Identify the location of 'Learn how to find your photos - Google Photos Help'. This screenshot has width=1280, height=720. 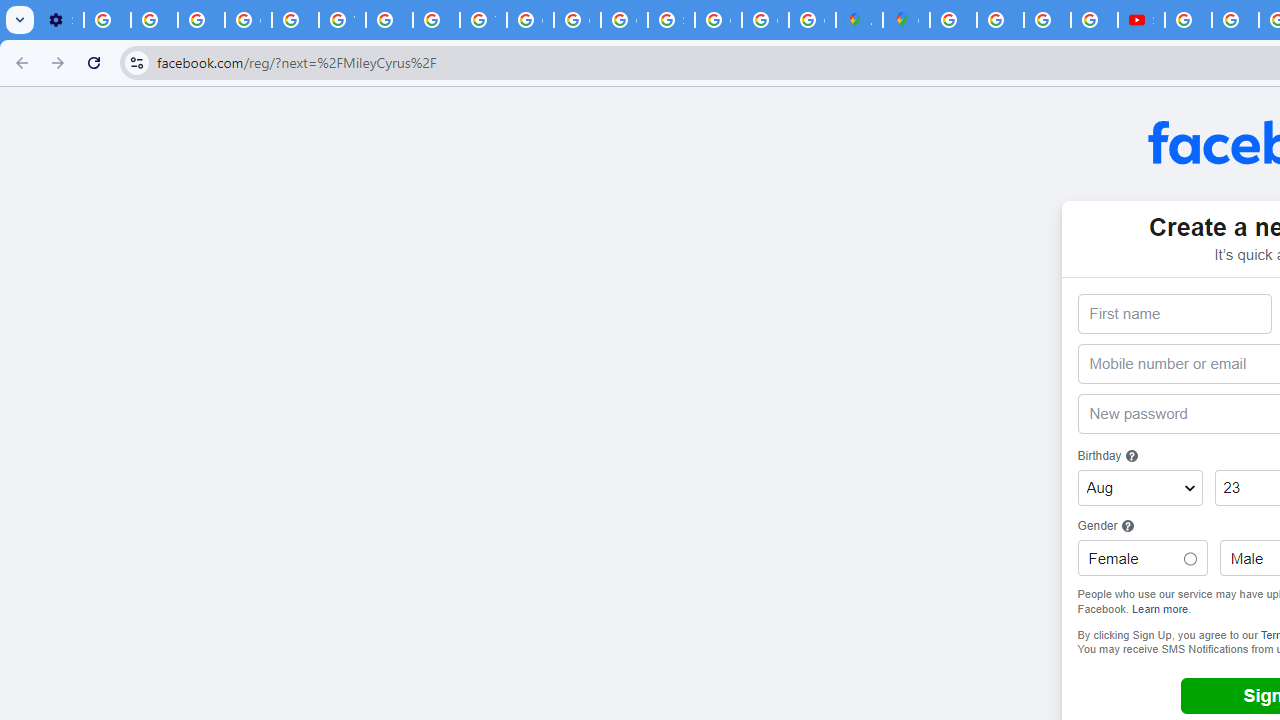
(153, 20).